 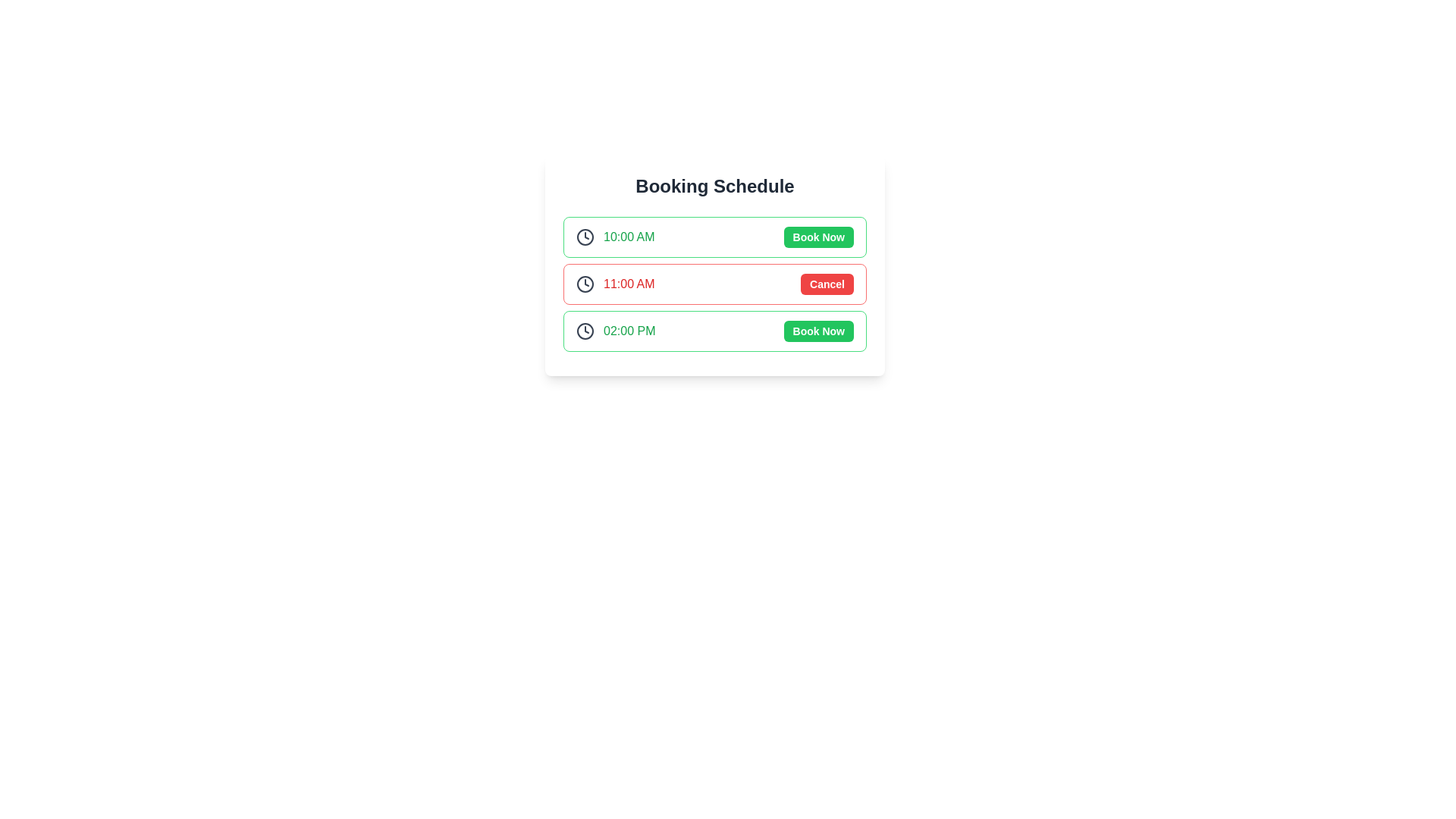 What do you see at coordinates (817, 330) in the screenshot?
I see `the button to book the slot at 02:00 PM located at the far right of the booking card` at bounding box center [817, 330].